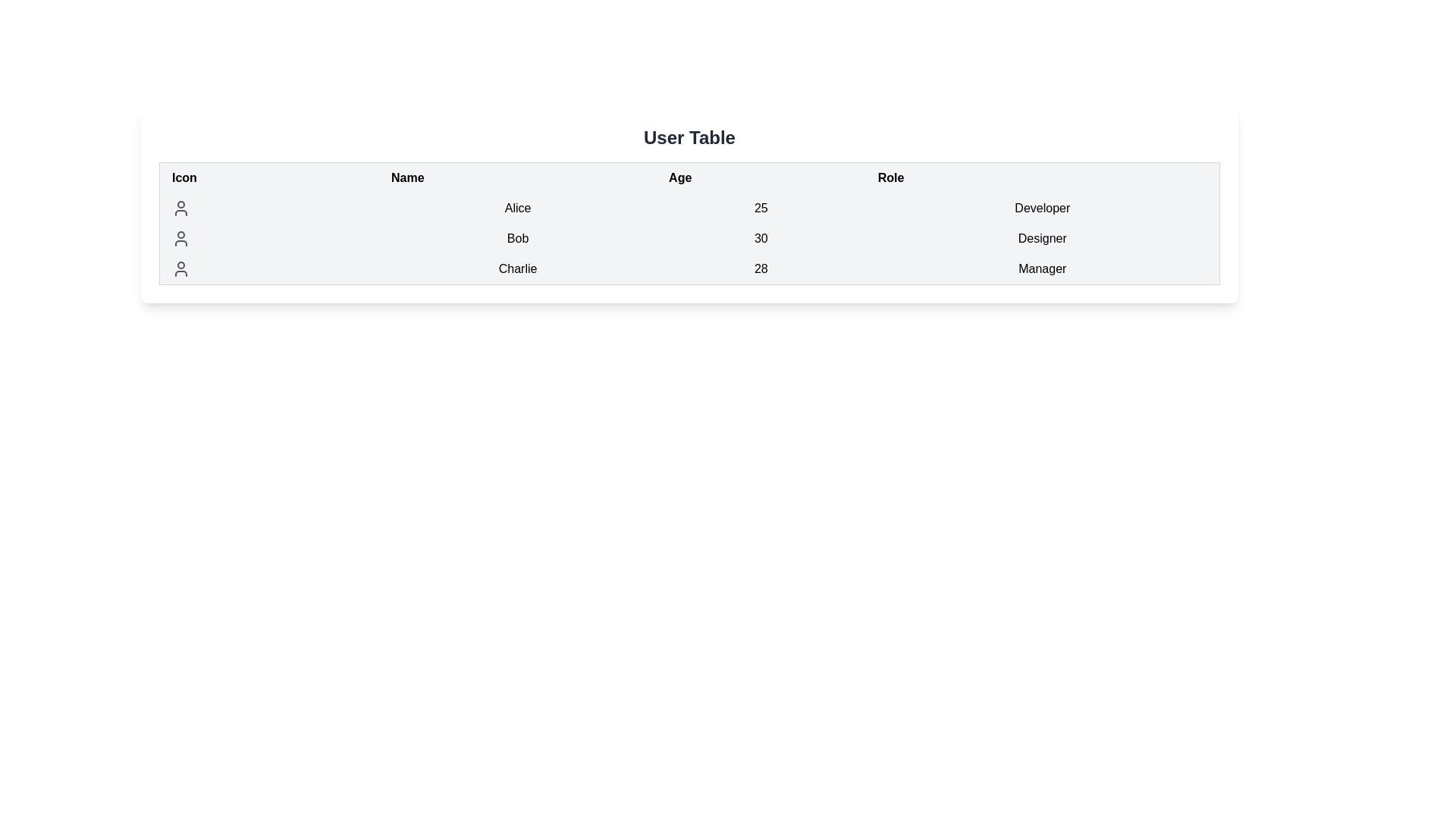 Image resolution: width=1456 pixels, height=819 pixels. What do you see at coordinates (181, 208) in the screenshot?
I see `the icon representing the first user in the user table interface, located in the 'Icon' column of the first row` at bounding box center [181, 208].